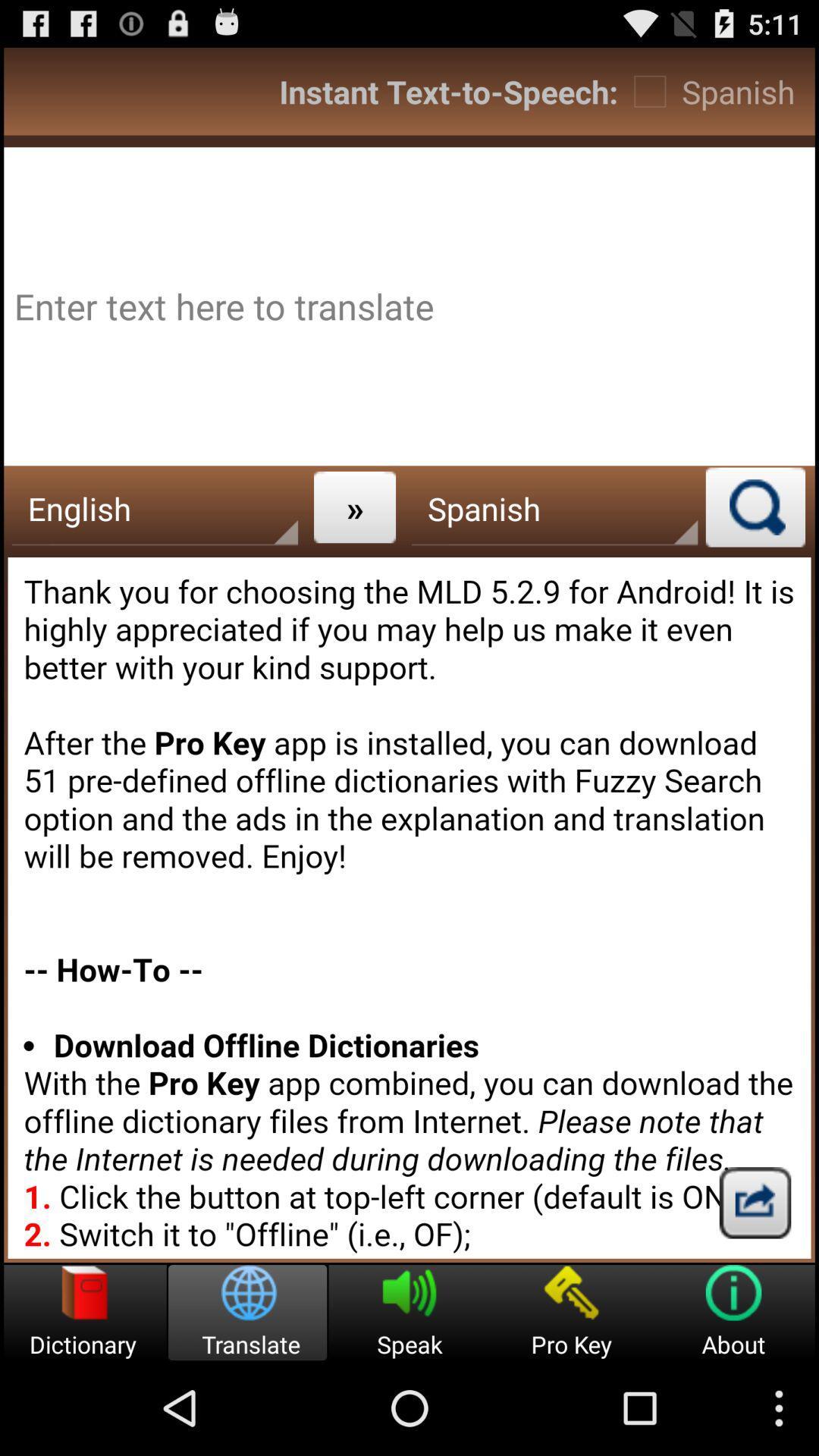 This screenshot has width=819, height=1456. I want to click on text to be translated, so click(409, 306).